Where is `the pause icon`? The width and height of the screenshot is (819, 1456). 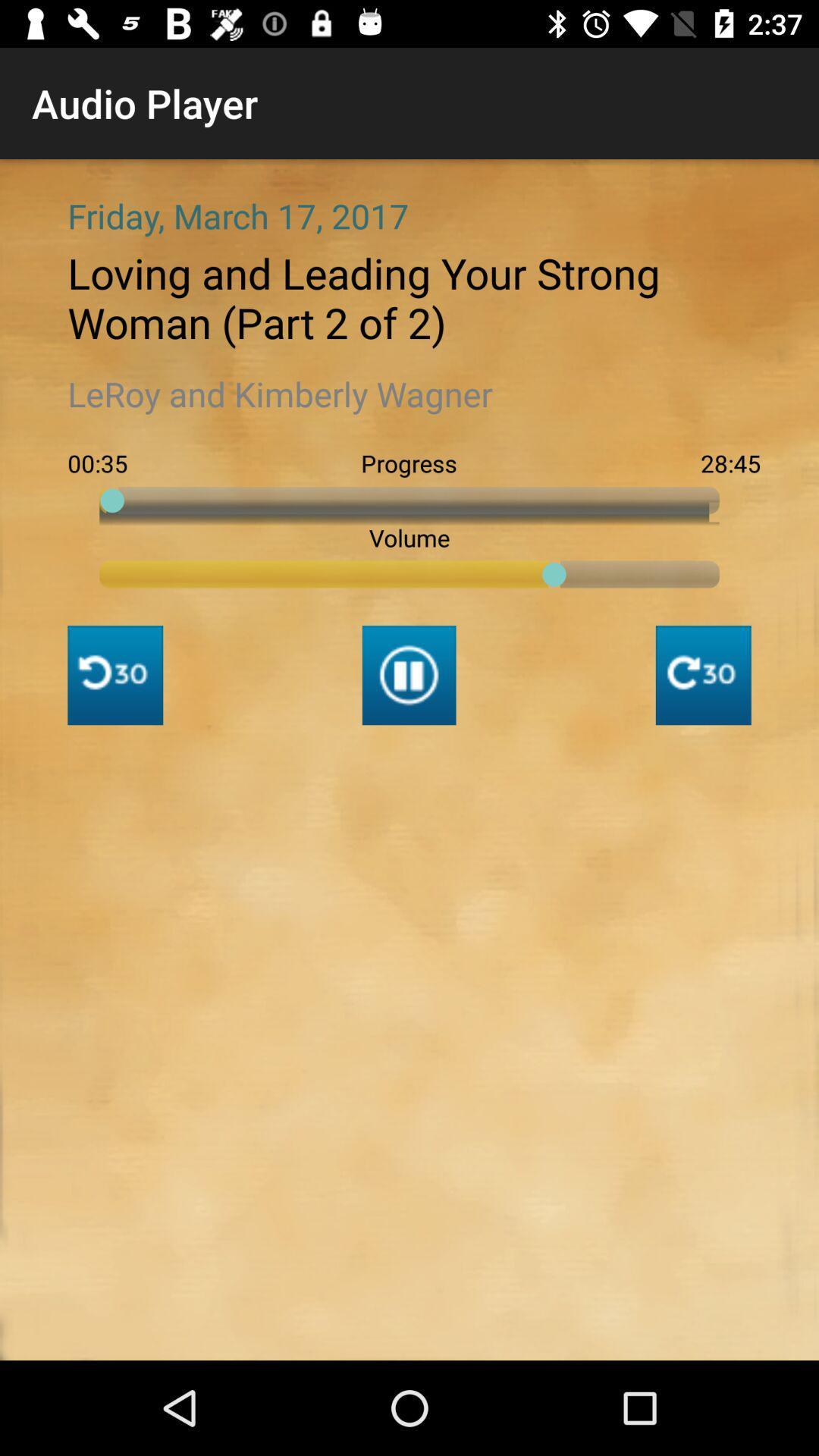
the pause icon is located at coordinates (408, 674).